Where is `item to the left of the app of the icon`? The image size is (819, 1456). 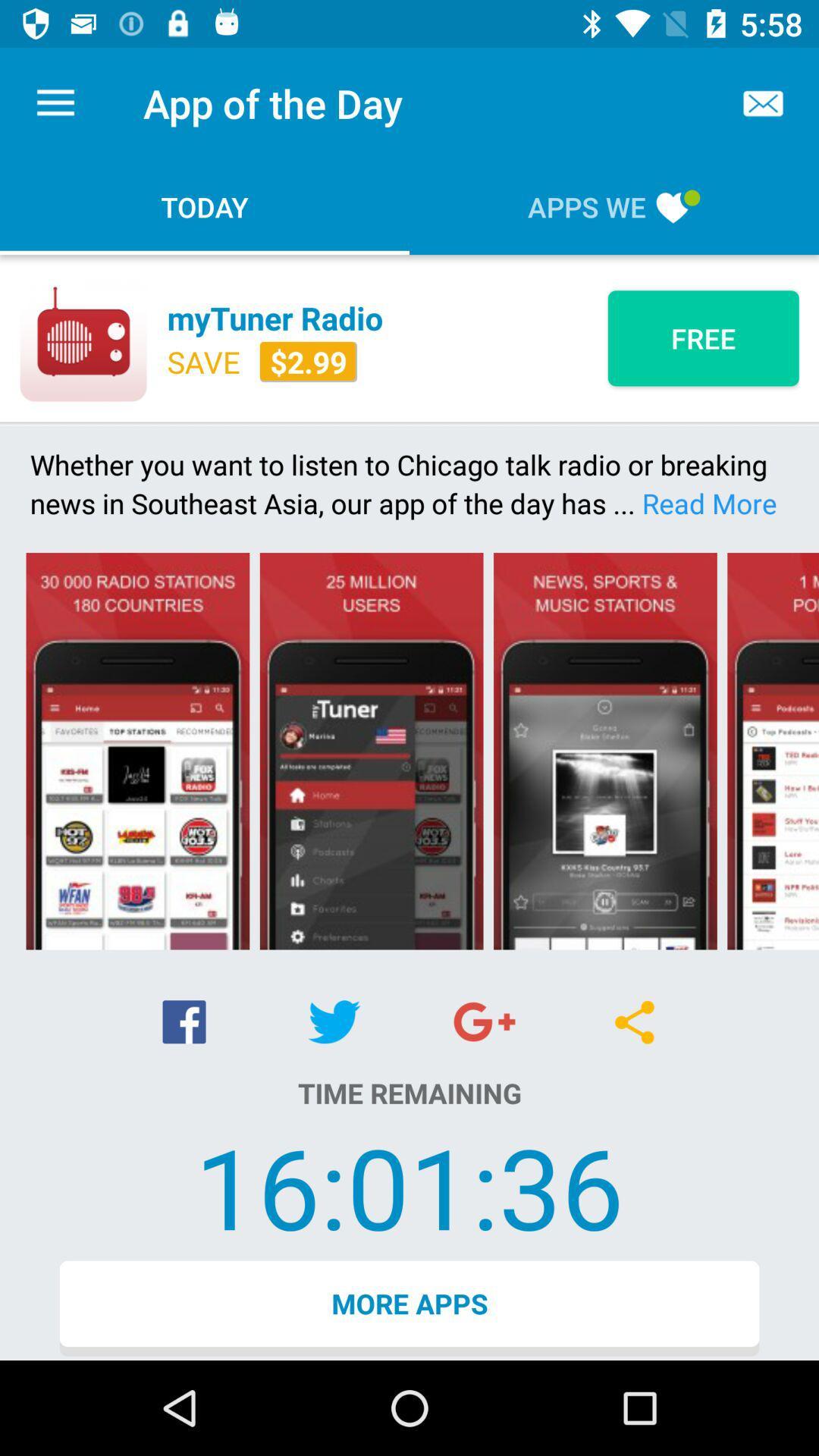 item to the left of the app of the icon is located at coordinates (55, 102).